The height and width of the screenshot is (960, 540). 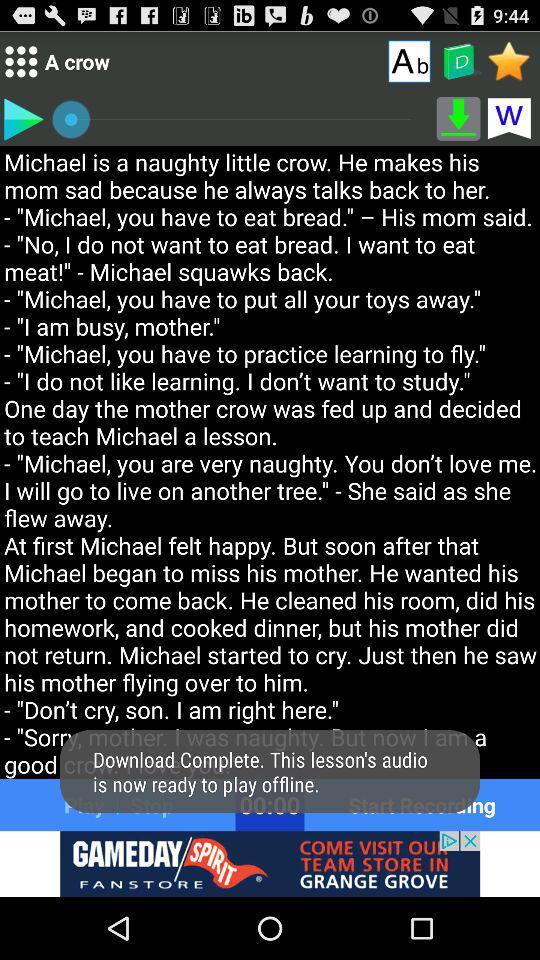 What do you see at coordinates (458, 126) in the screenshot?
I see `the file_download icon` at bounding box center [458, 126].